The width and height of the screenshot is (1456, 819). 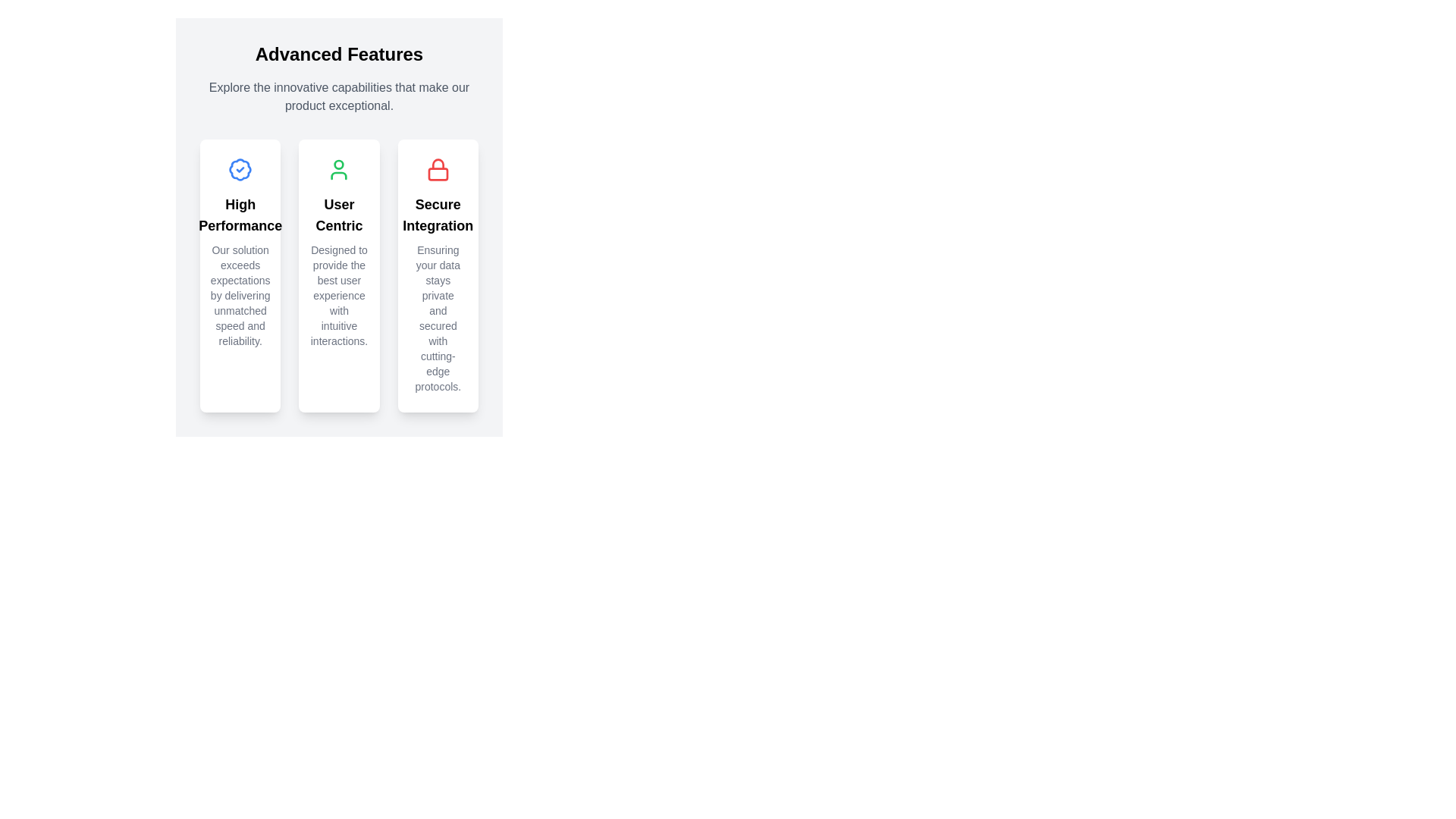 What do you see at coordinates (240, 169) in the screenshot?
I see `the Decorative icon or graphic, which is a circular design with a scalloped outline and blue color, located at the top of the first column above the 'High Performance' section title` at bounding box center [240, 169].